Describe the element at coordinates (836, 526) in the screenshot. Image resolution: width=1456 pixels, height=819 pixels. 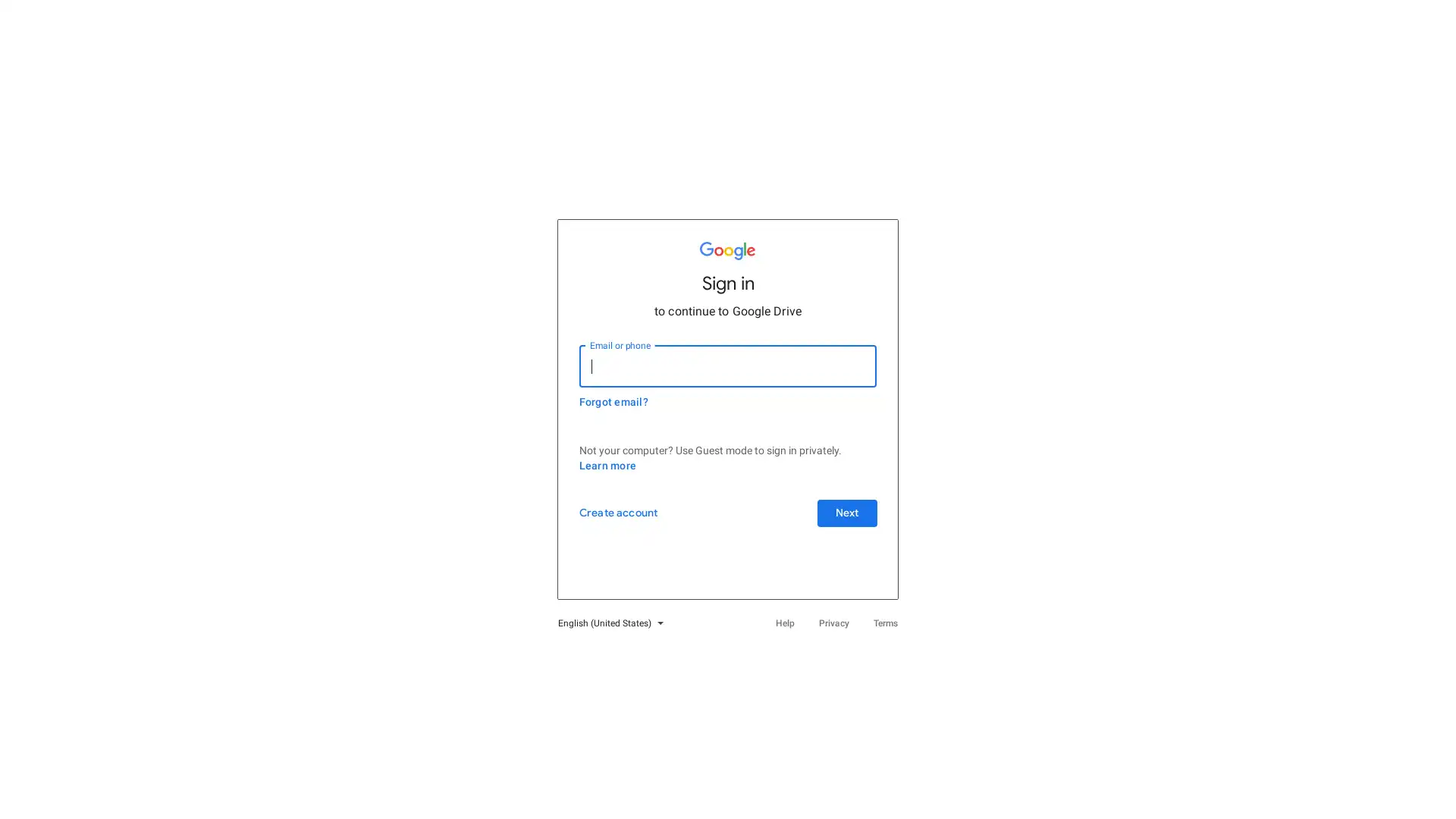
I see `Next` at that location.